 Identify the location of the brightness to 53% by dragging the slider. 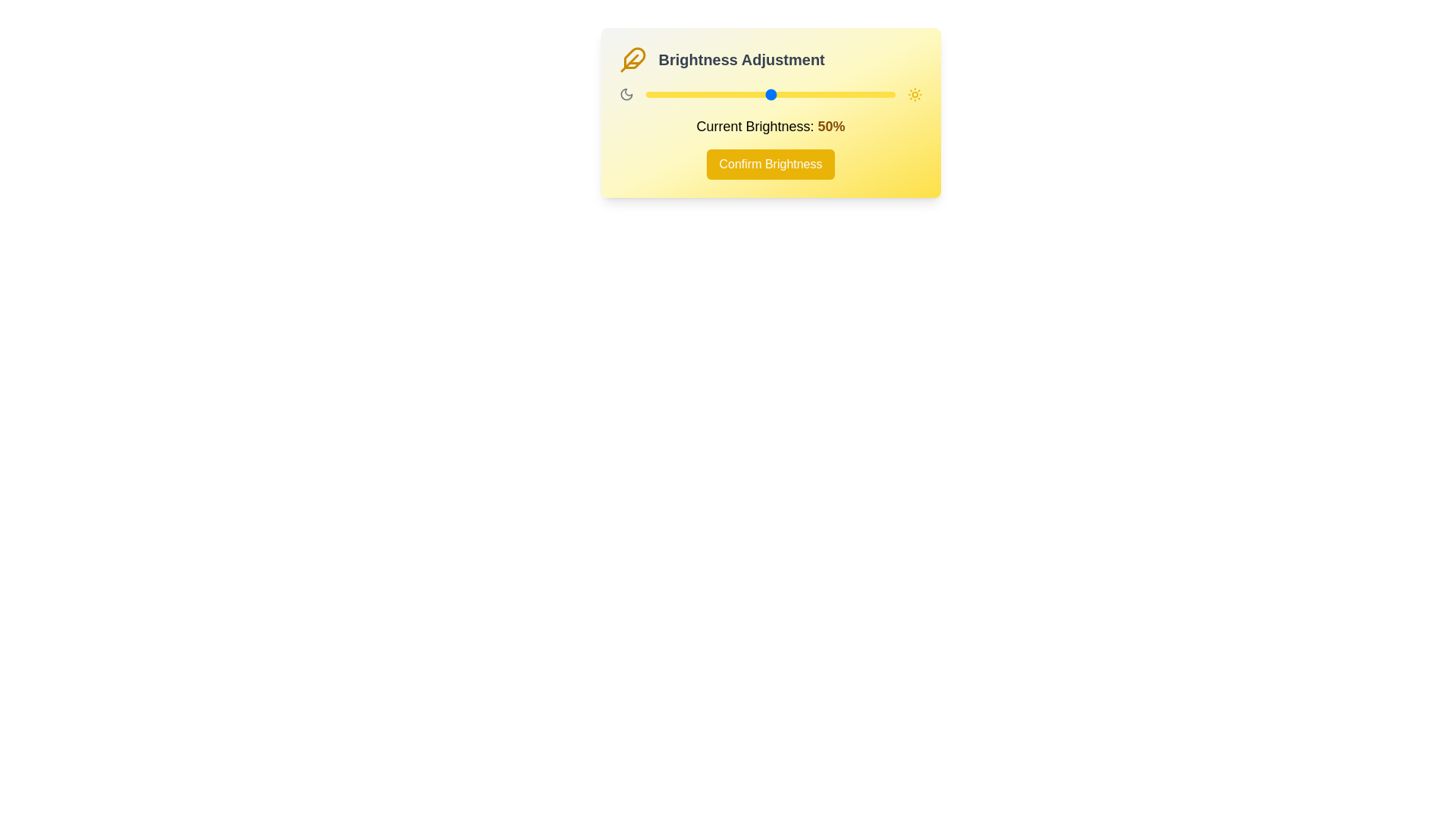
(777, 94).